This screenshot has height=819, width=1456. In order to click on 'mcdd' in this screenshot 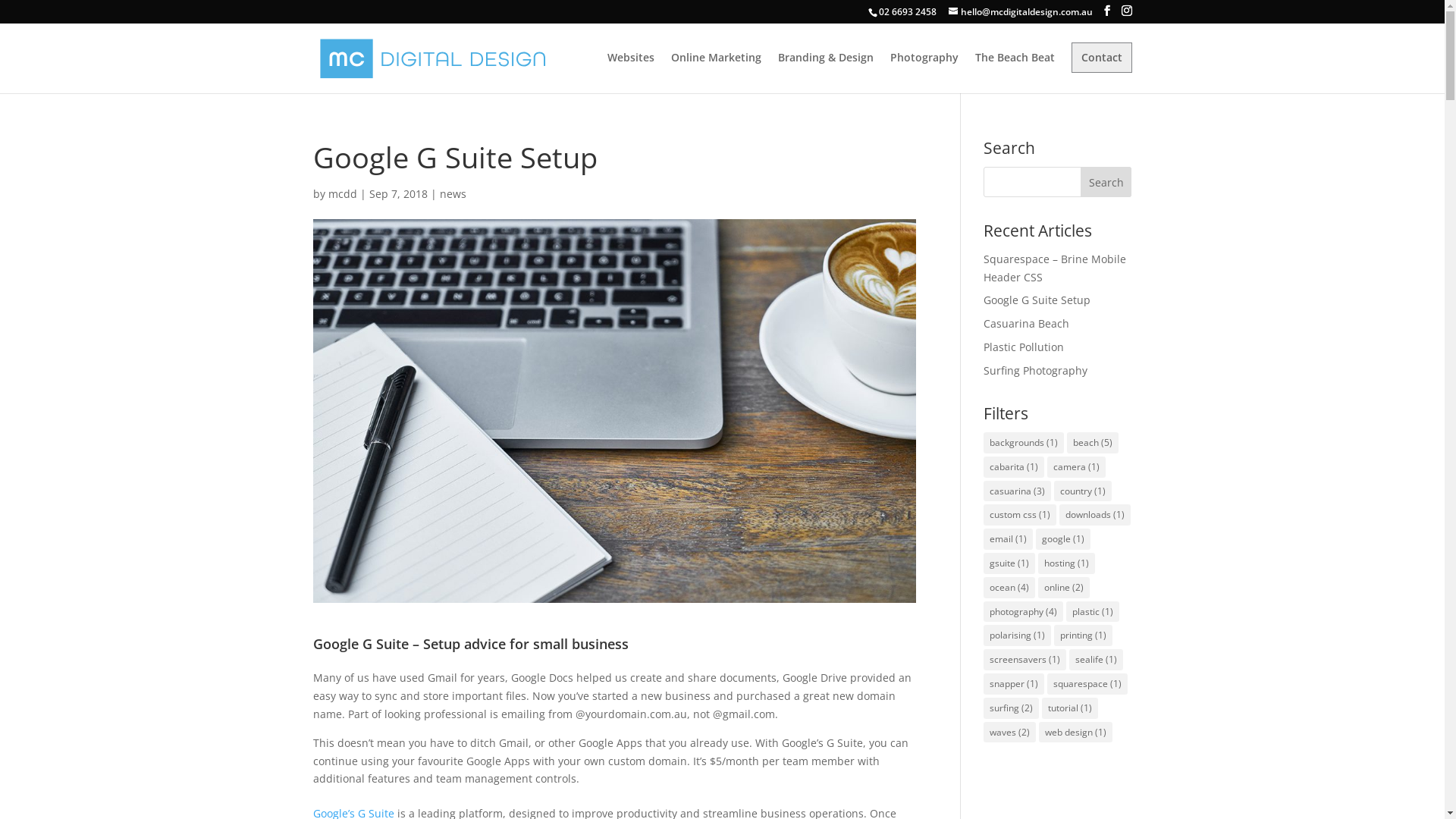, I will do `click(341, 193)`.